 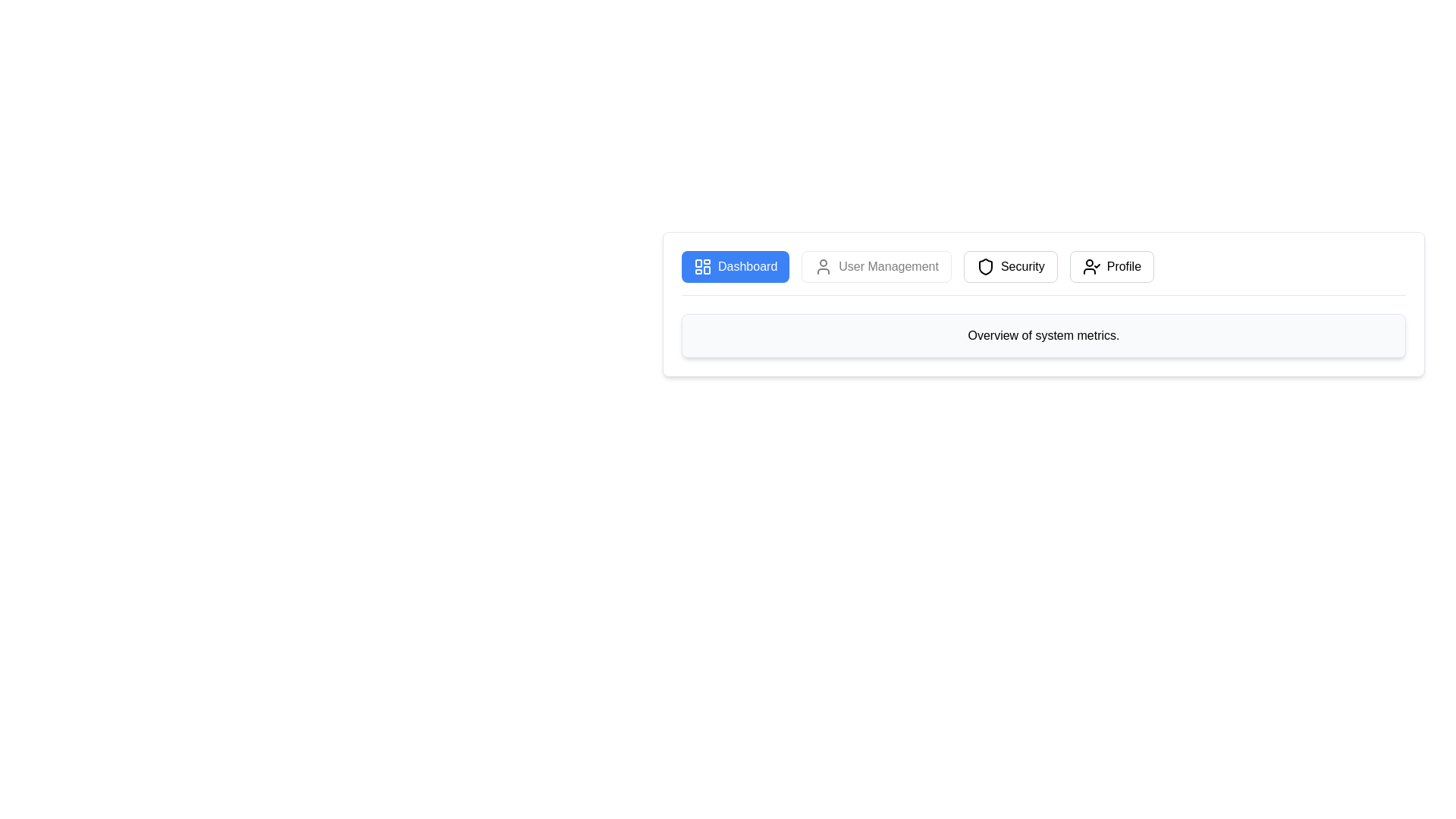 What do you see at coordinates (748, 265) in the screenshot?
I see `the 'Dashboard' text label within the navigation button` at bounding box center [748, 265].